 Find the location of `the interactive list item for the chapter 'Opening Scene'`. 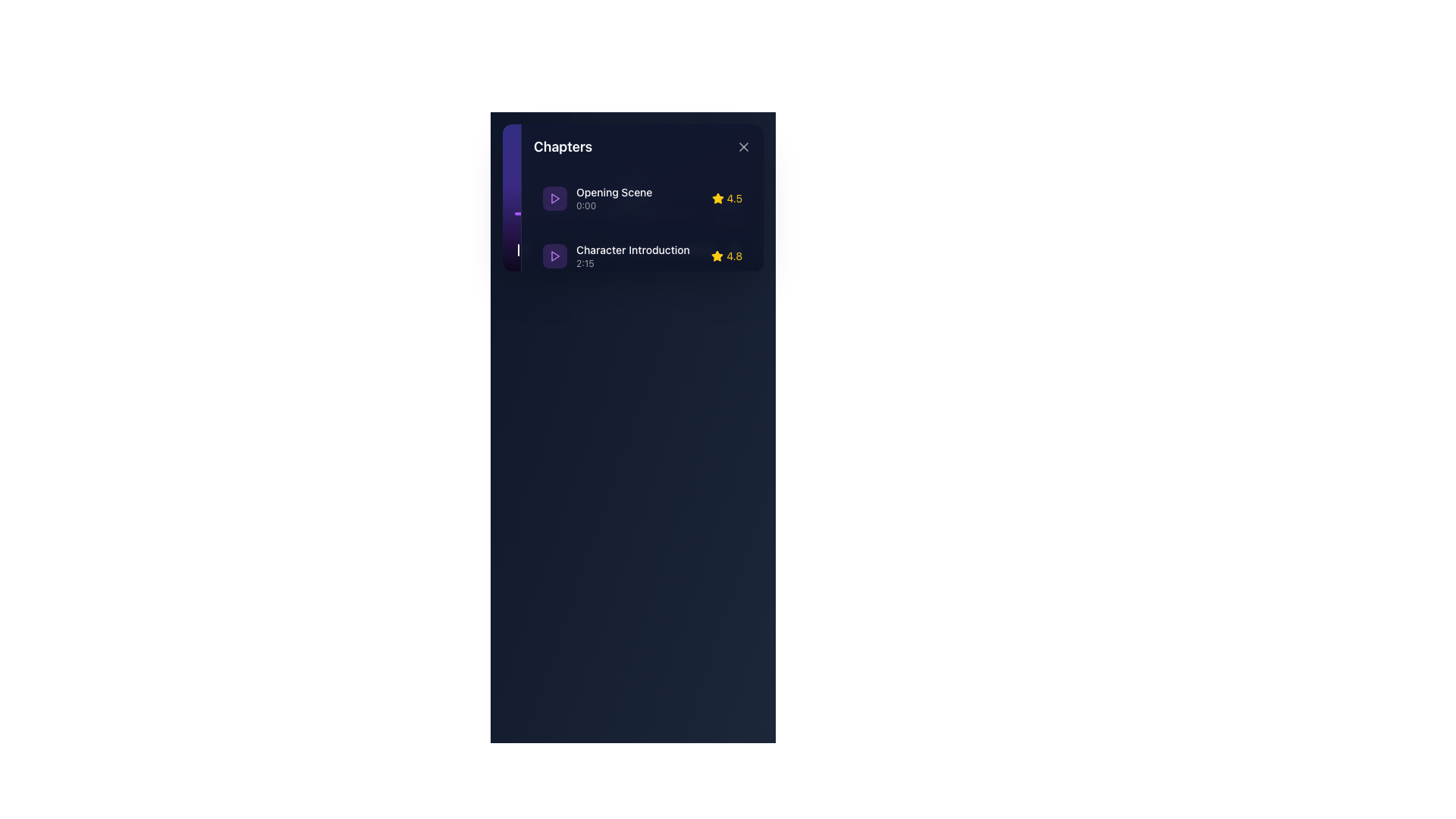

the interactive list item for the chapter 'Opening Scene' is located at coordinates (642, 196).